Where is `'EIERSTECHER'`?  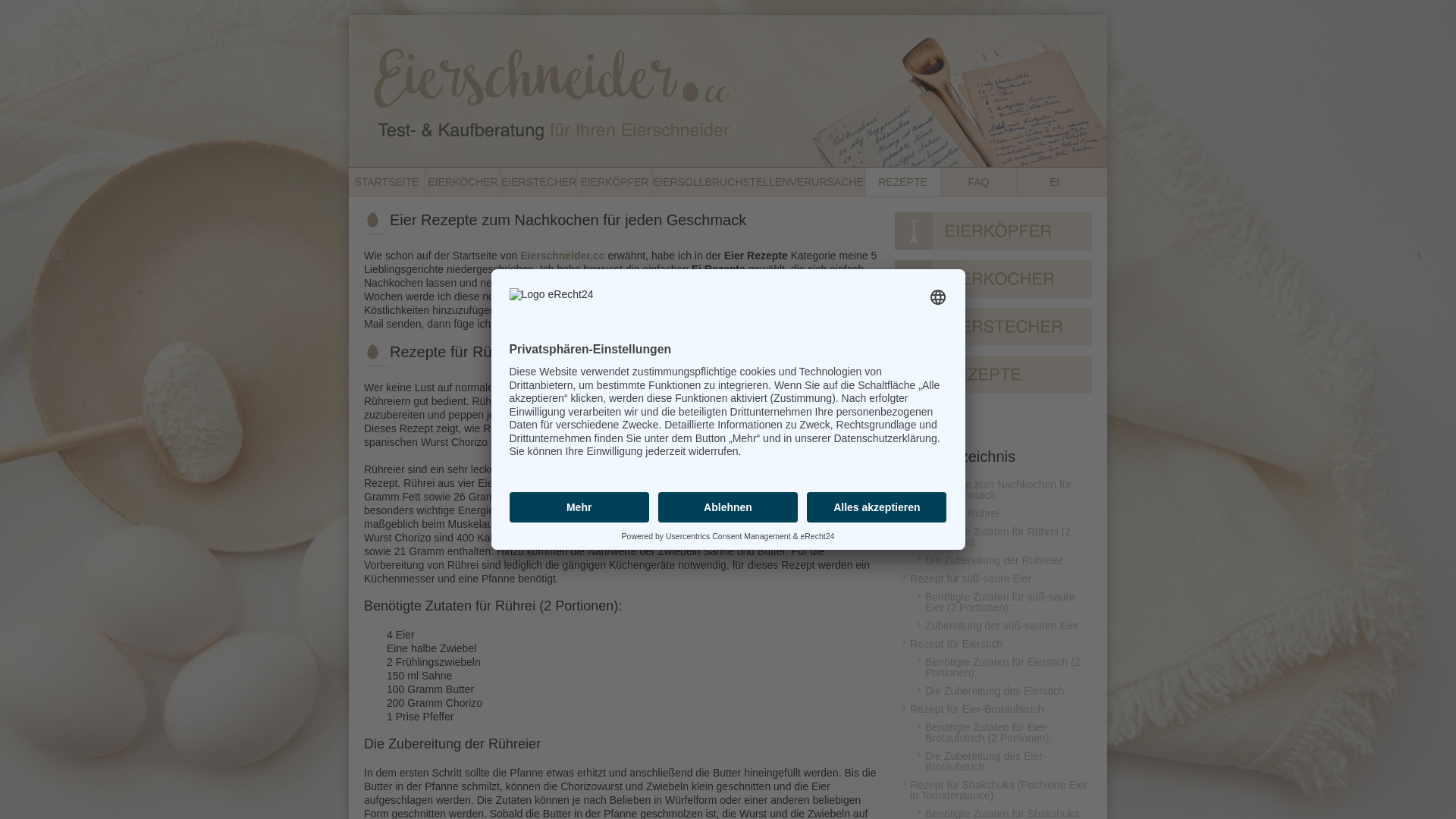
'EIERSTECHER' is located at coordinates (538, 180).